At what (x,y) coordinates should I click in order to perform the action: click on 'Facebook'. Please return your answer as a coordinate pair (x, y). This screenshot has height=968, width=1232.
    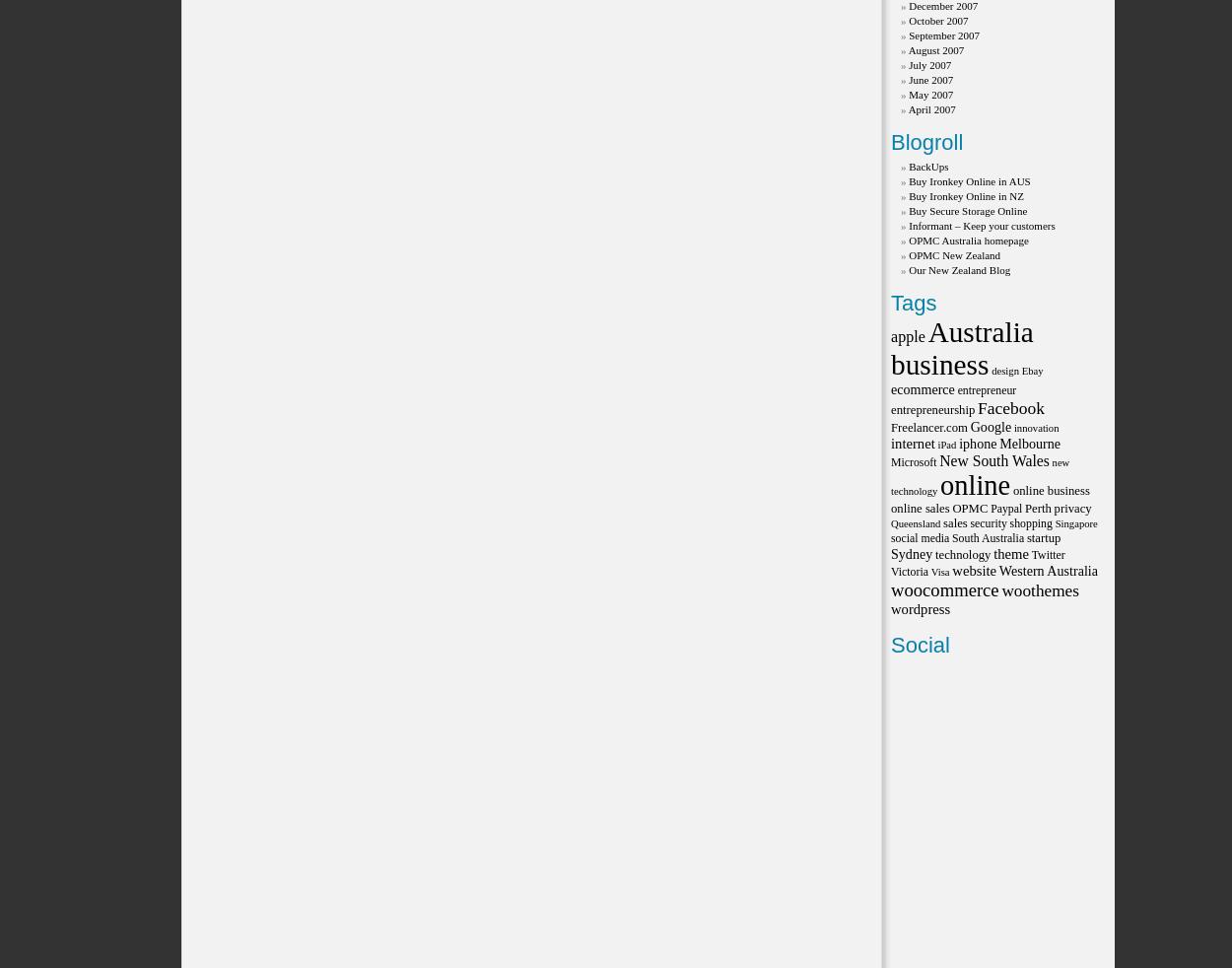
    Looking at the image, I should click on (1011, 408).